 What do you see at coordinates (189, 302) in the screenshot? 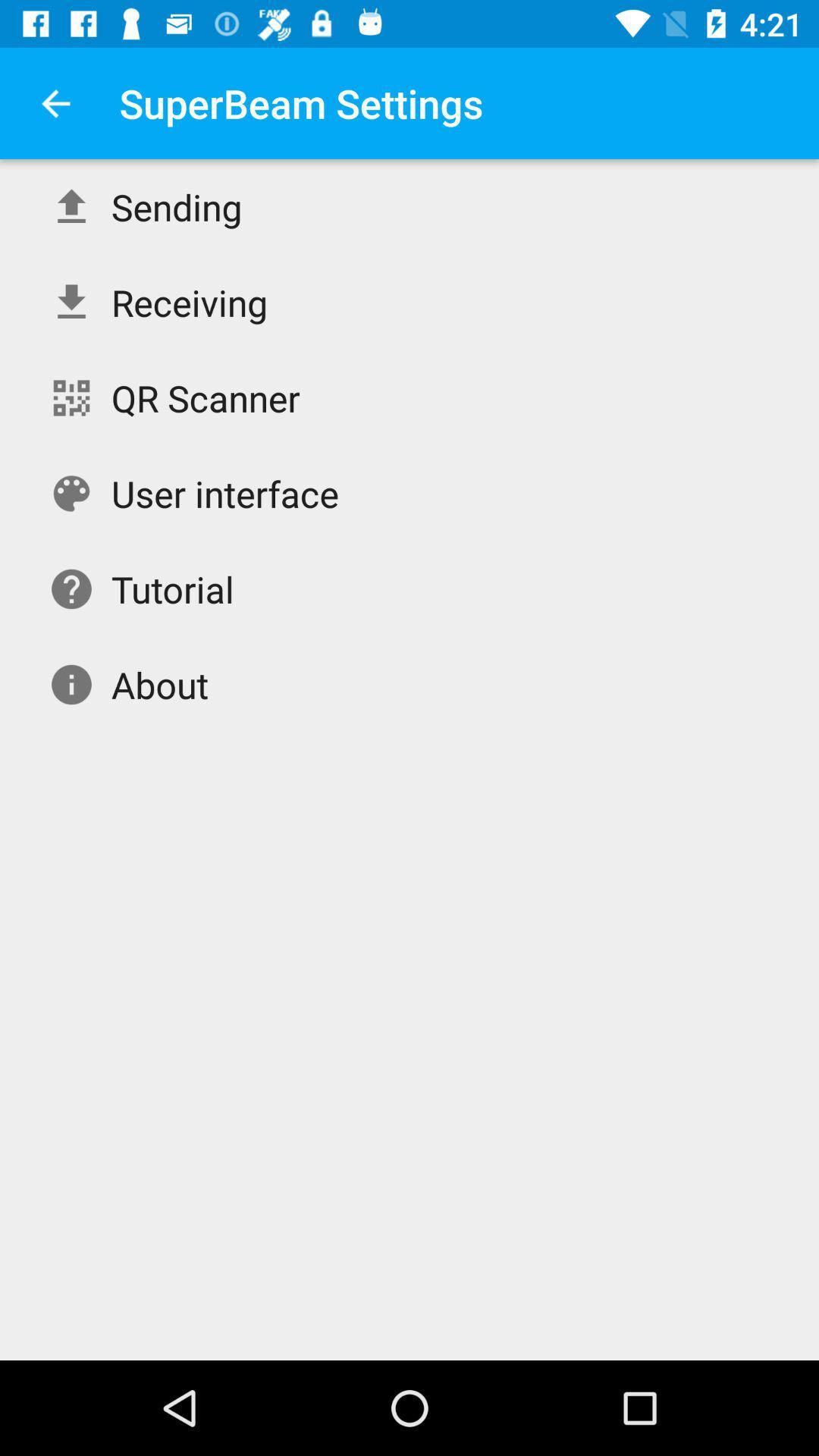
I see `the icon below the sending` at bounding box center [189, 302].